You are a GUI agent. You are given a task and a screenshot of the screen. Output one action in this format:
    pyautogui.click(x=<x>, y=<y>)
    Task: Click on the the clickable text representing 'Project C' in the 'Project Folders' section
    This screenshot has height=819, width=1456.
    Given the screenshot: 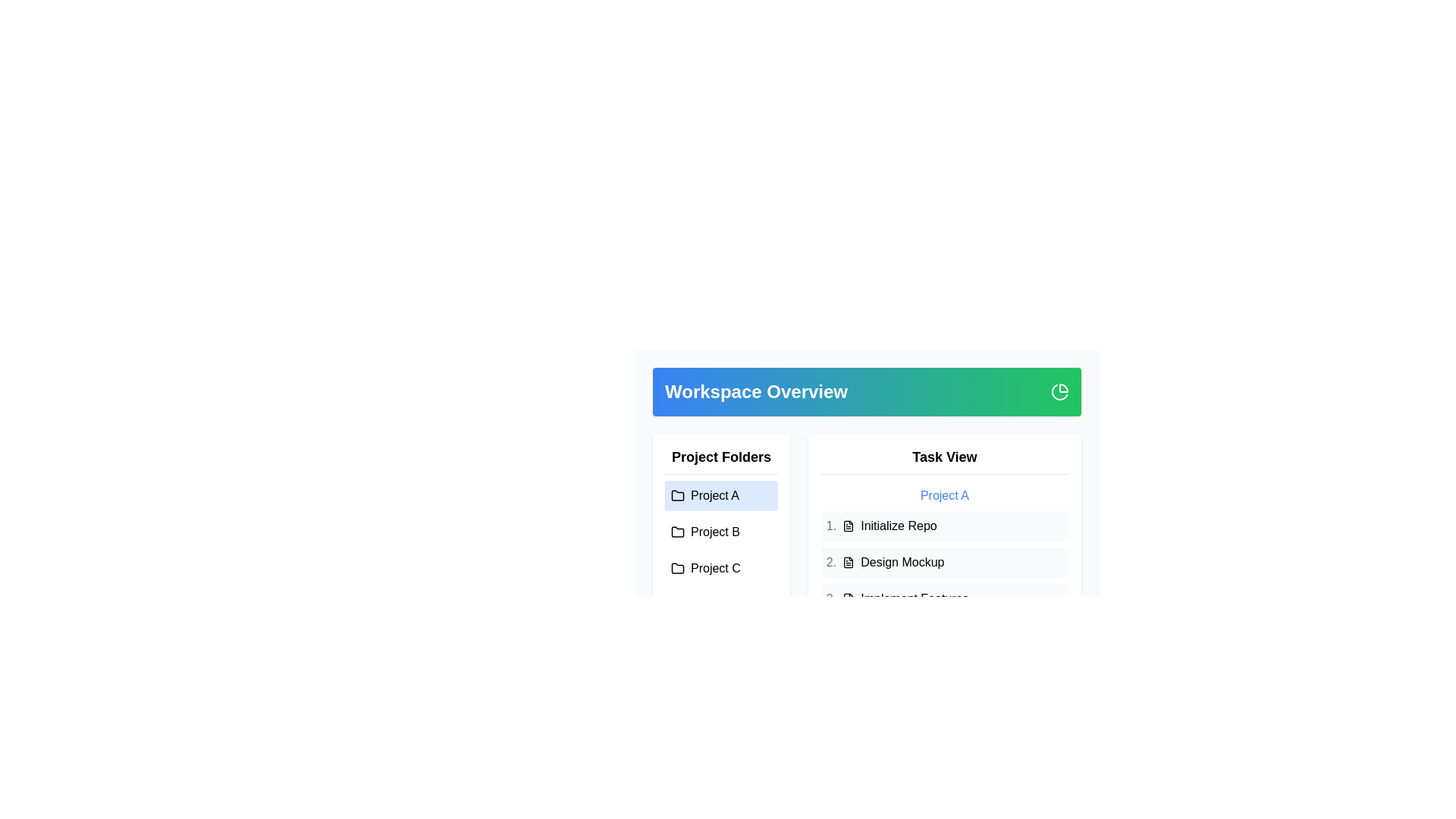 What is the action you would take?
    pyautogui.click(x=720, y=568)
    